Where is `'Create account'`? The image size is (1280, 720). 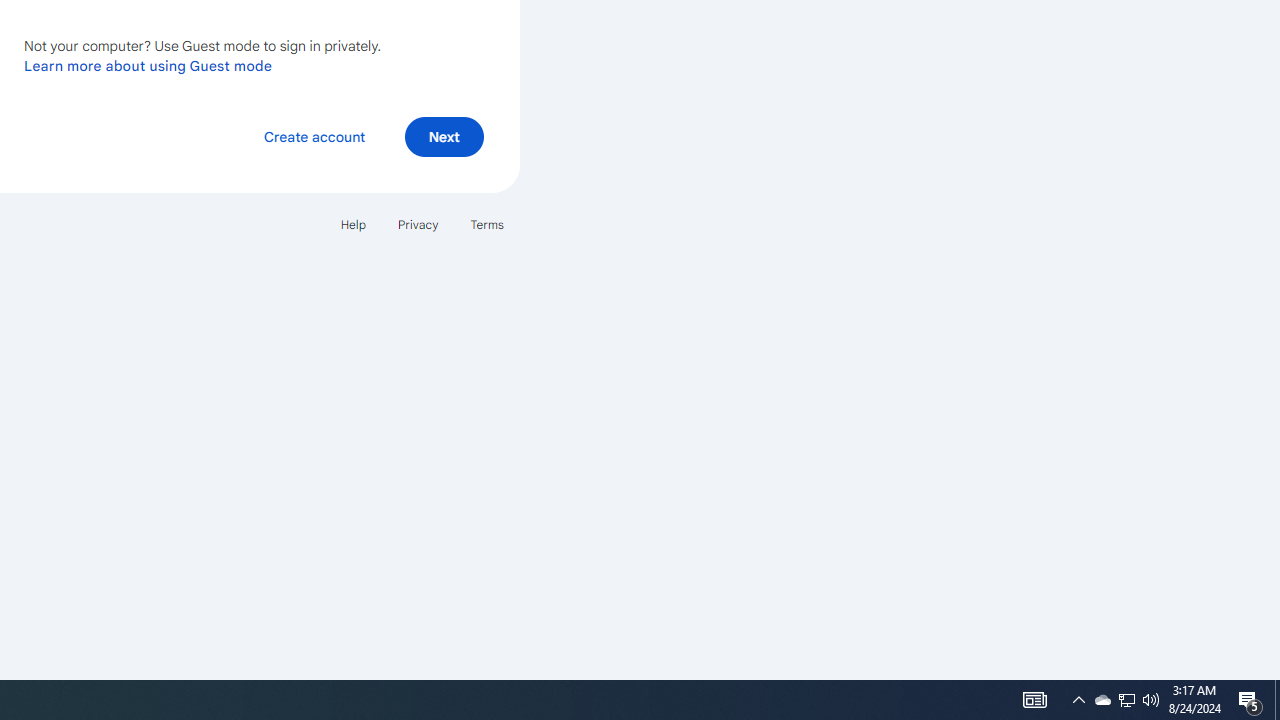
'Create account' is located at coordinates (313, 135).